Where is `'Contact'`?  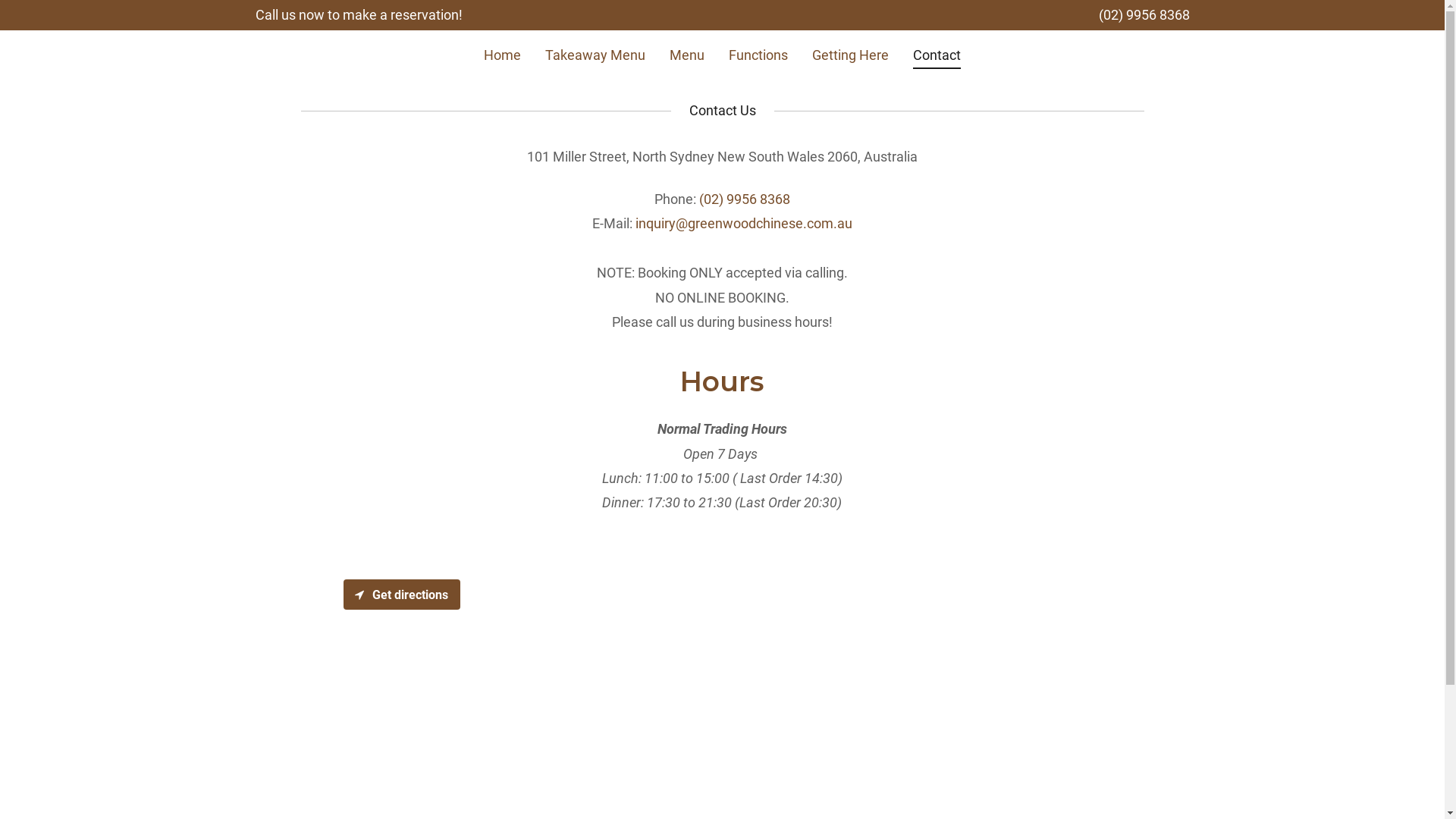
'Contact' is located at coordinates (936, 57).